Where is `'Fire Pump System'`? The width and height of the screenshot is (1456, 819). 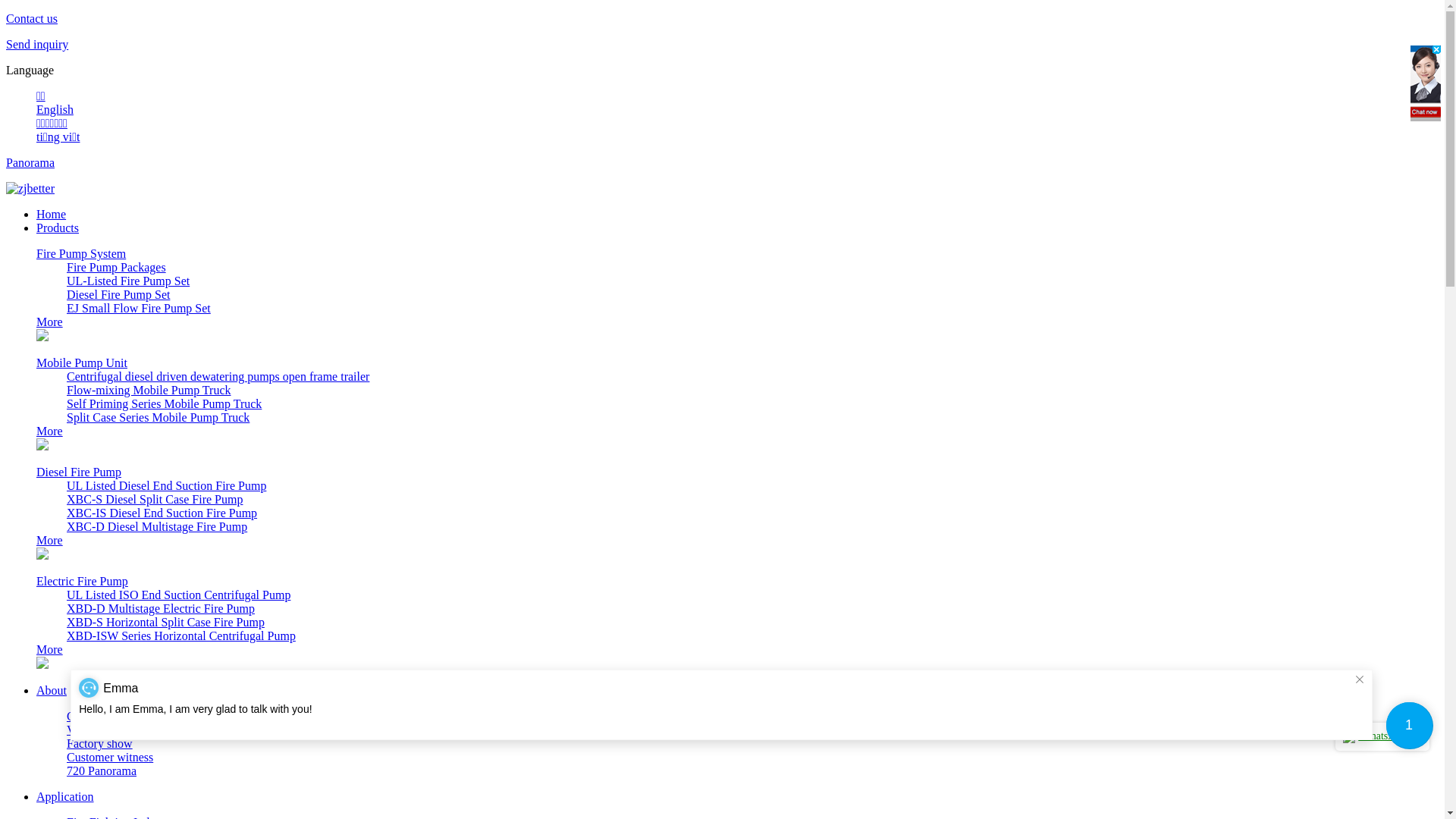 'Fire Pump System' is located at coordinates (80, 253).